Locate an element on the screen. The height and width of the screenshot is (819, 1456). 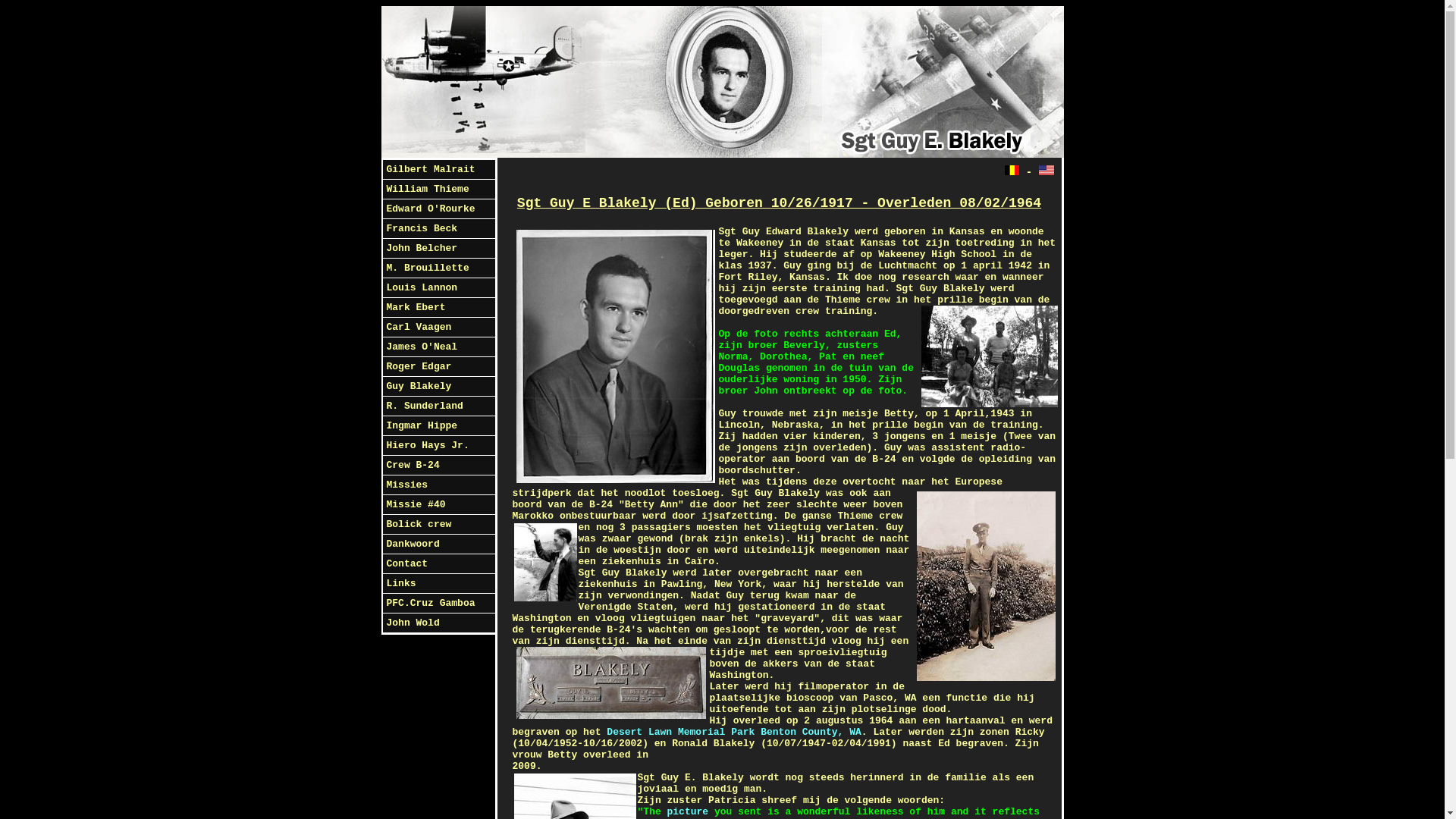
'Hiero Hays Jr.' is located at coordinates (382, 444).